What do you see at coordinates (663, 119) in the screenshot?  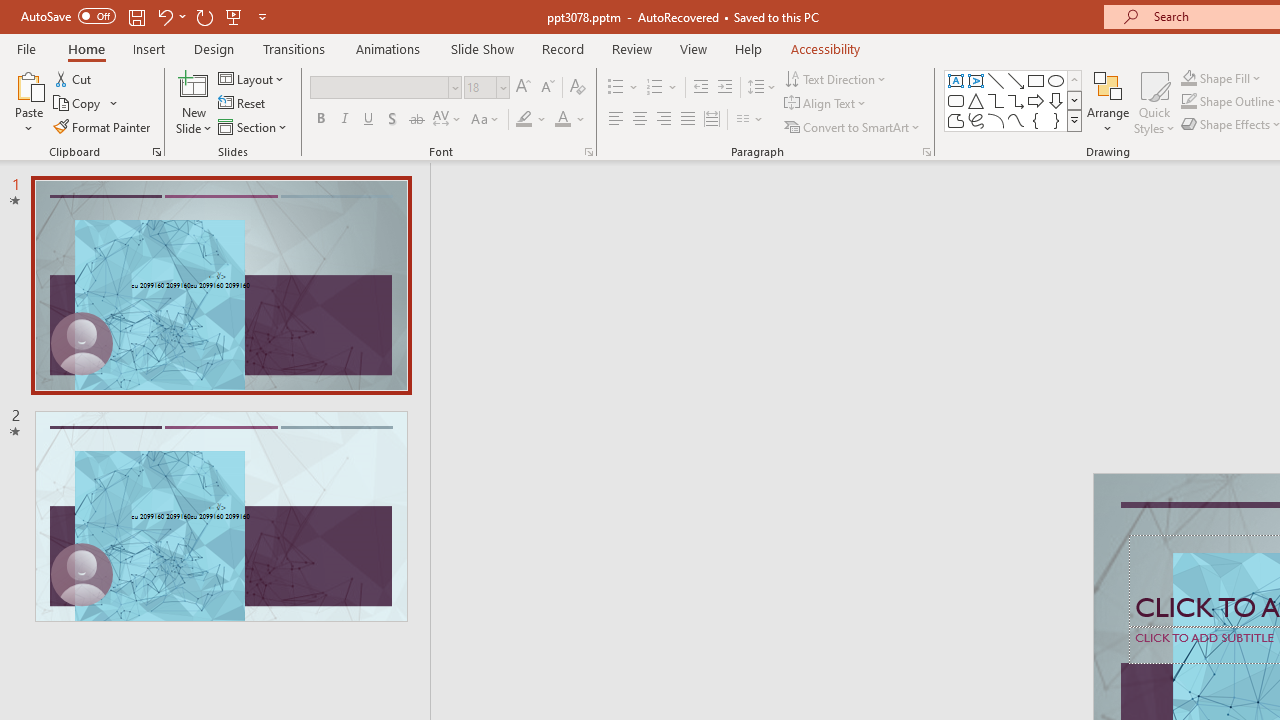 I see `'Align Right'` at bounding box center [663, 119].